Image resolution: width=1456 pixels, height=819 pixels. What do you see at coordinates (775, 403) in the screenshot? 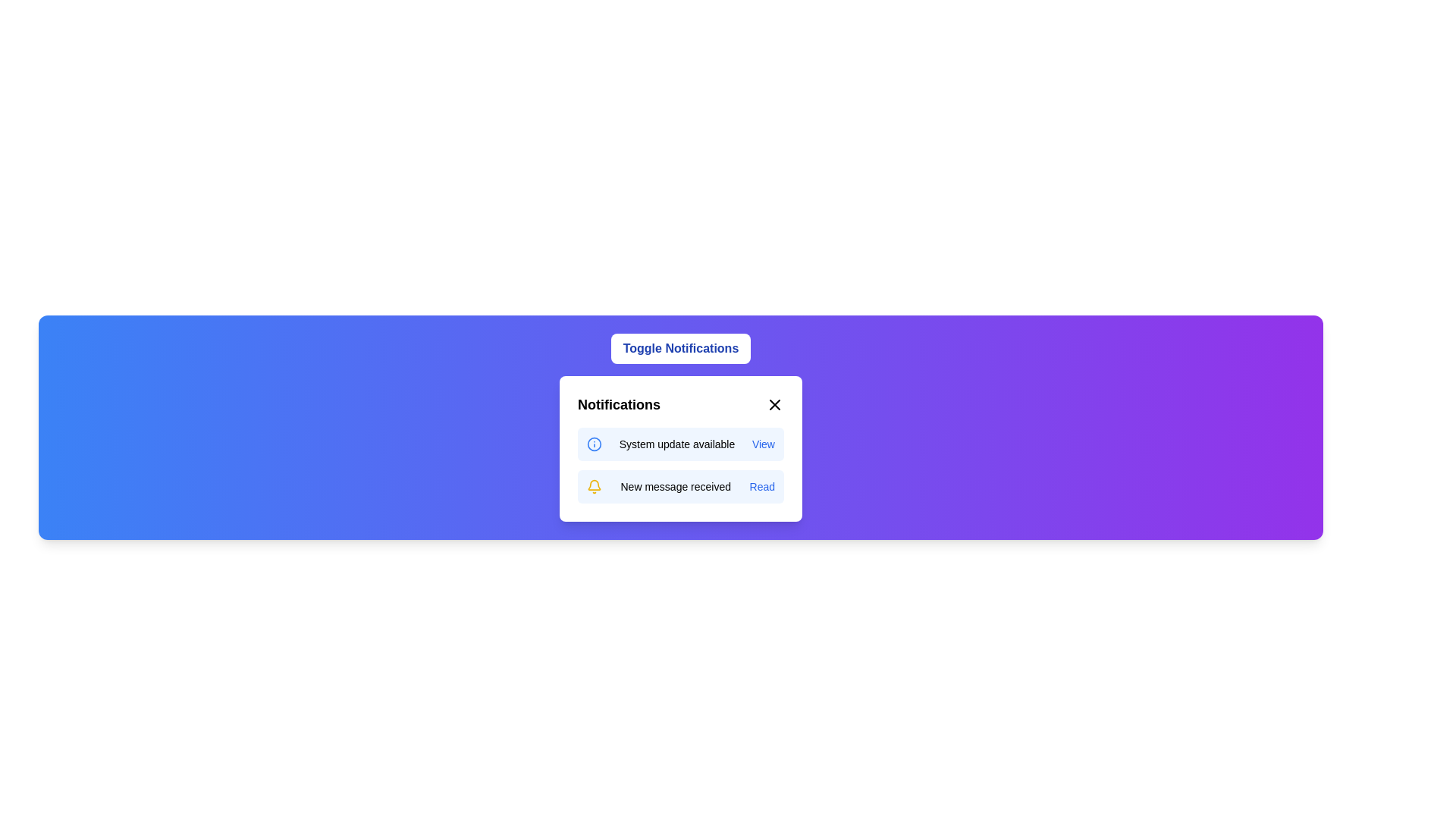
I see `the graphical close icon located in the top-right corner of the notification card` at bounding box center [775, 403].